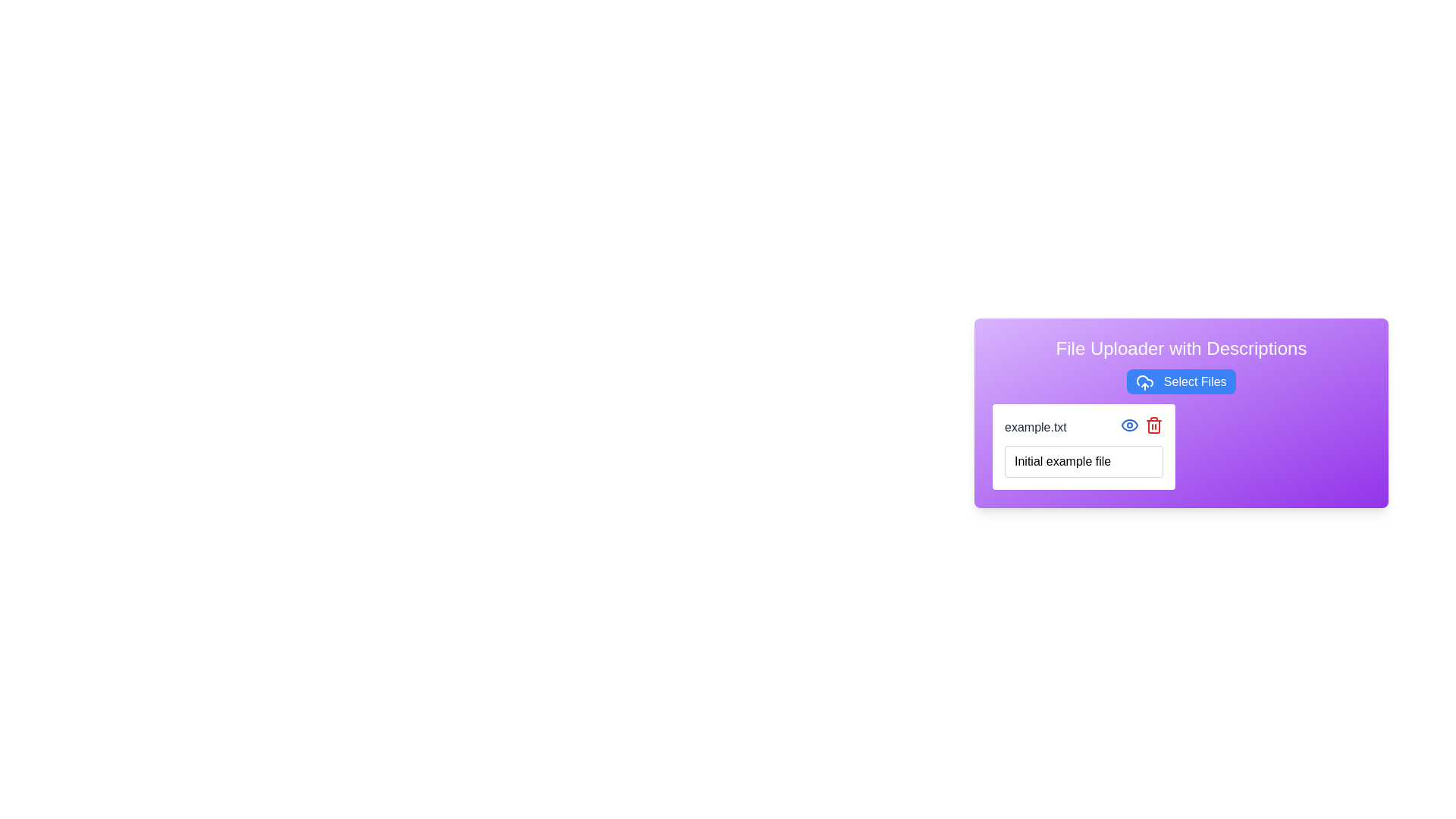 The height and width of the screenshot is (819, 1456). I want to click on the 'Select Files' button which contains a cloud upload icon on the left side, so click(1145, 381).